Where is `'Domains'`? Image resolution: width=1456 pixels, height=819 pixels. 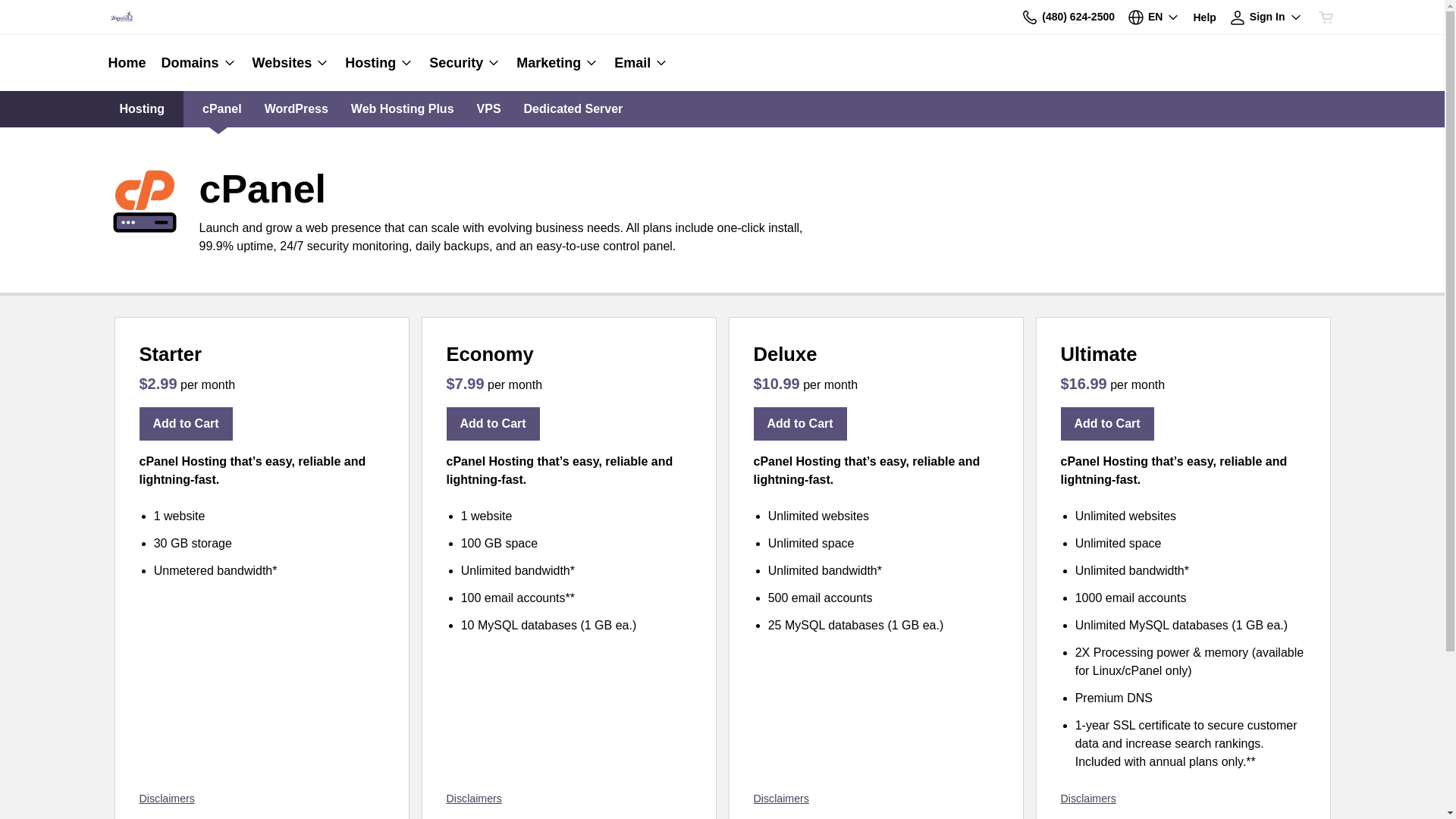 'Domains' is located at coordinates (199, 62).